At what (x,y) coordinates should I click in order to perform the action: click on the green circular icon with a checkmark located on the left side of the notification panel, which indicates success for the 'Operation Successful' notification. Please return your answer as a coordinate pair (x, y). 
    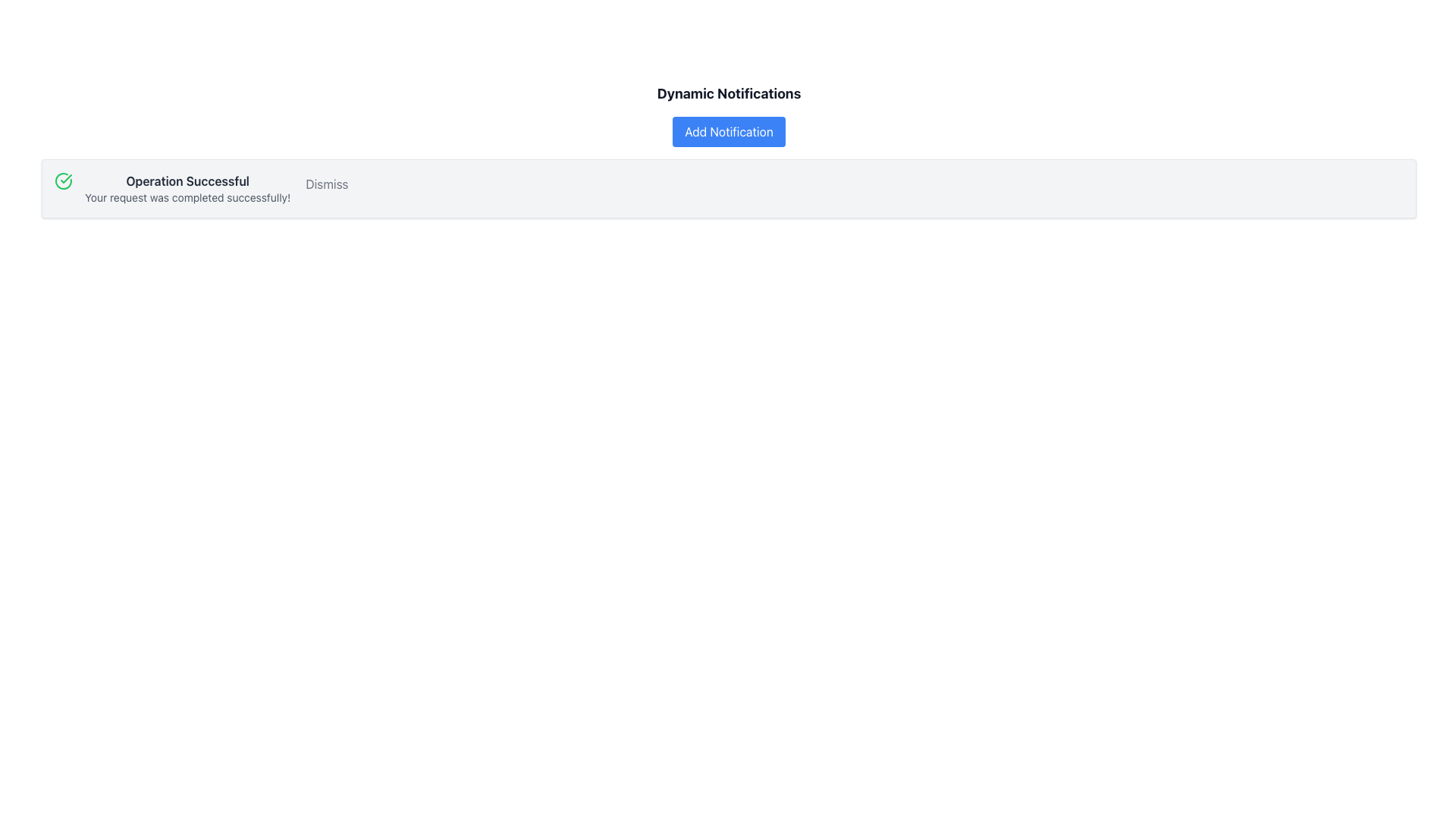
    Looking at the image, I should click on (62, 180).